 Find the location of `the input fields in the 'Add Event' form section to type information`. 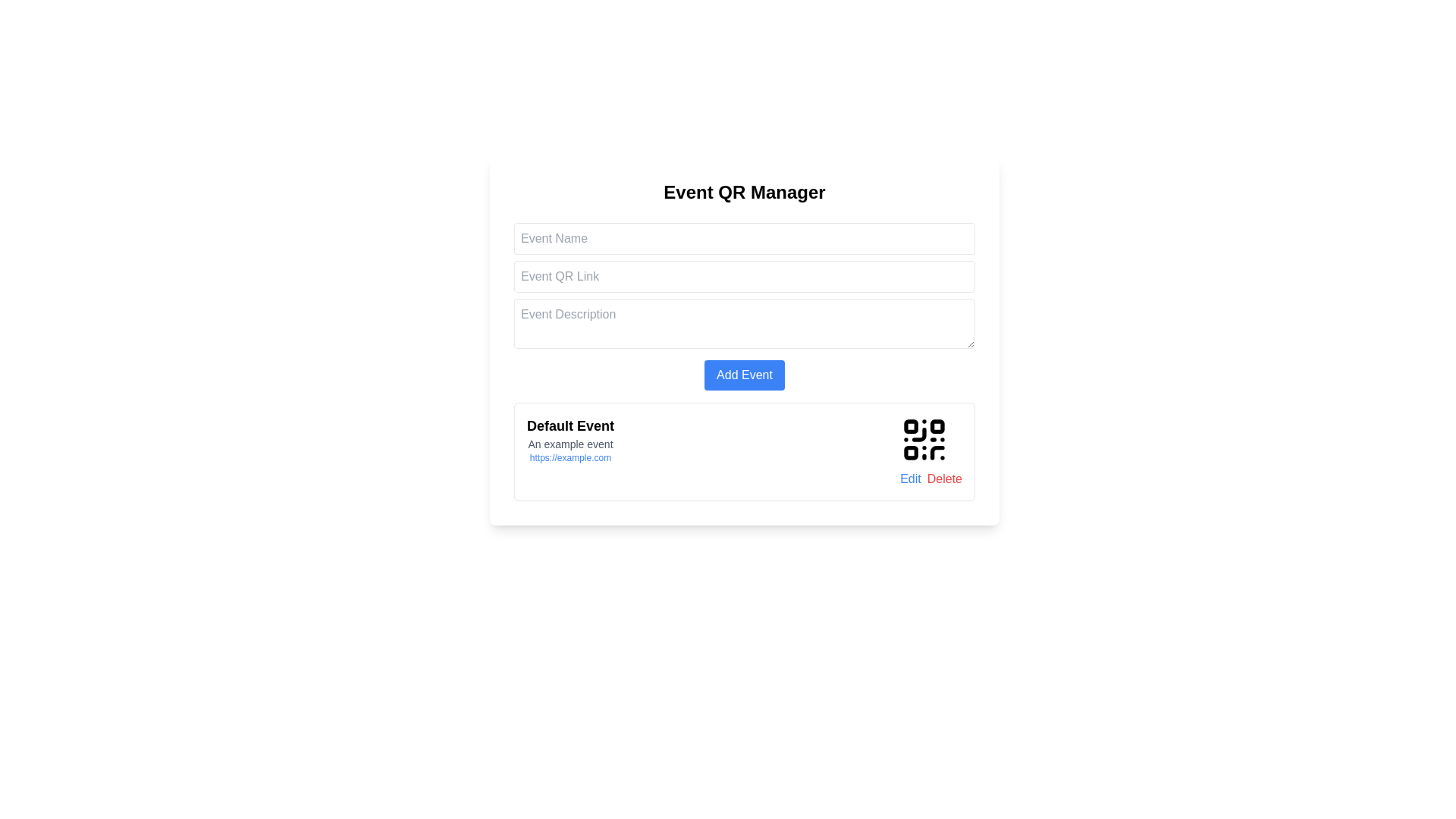

the input fields in the 'Add Event' form section to type information is located at coordinates (745, 306).